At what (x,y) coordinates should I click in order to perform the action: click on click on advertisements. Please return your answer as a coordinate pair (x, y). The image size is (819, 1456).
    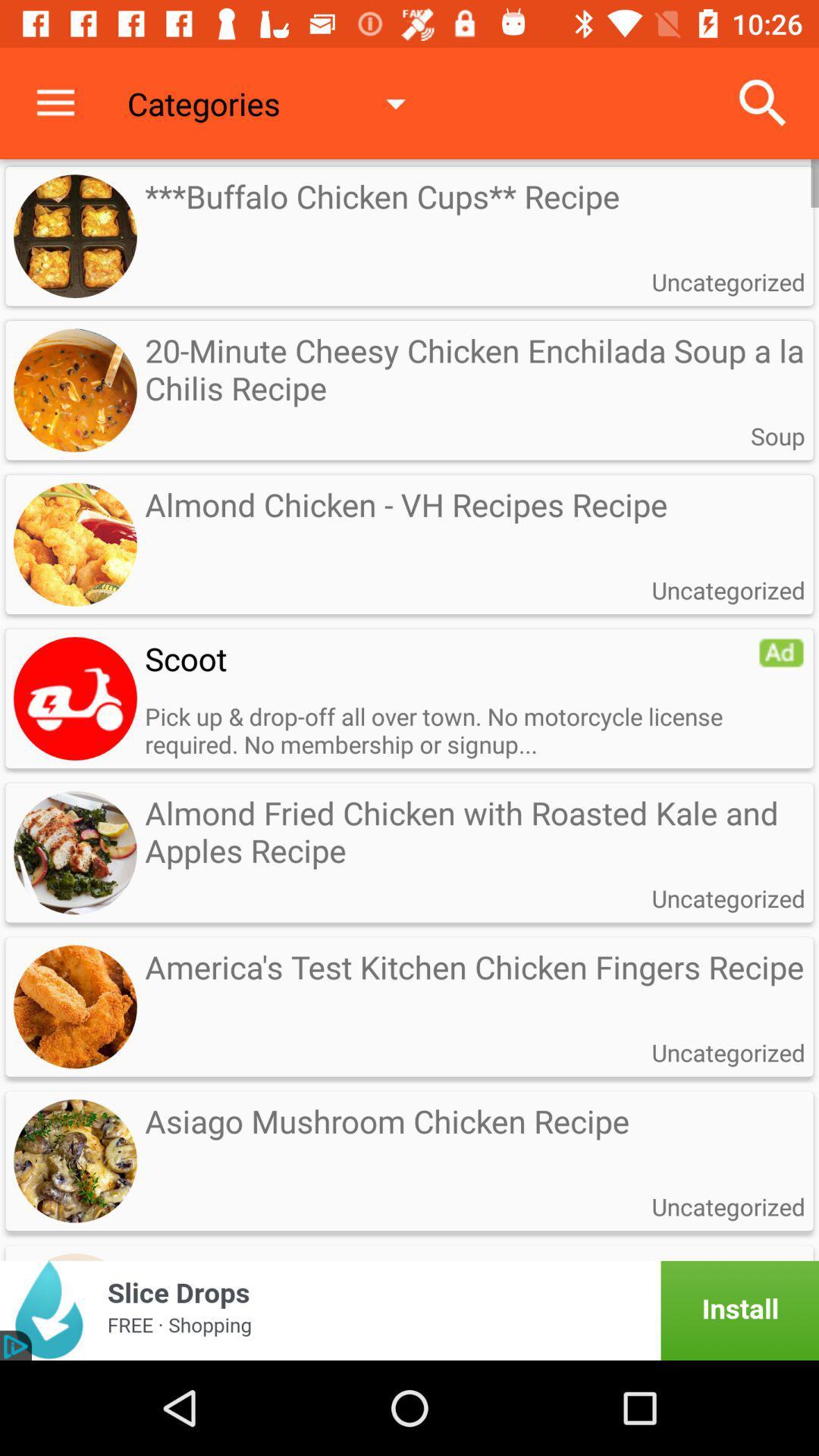
    Looking at the image, I should click on (409, 1310).